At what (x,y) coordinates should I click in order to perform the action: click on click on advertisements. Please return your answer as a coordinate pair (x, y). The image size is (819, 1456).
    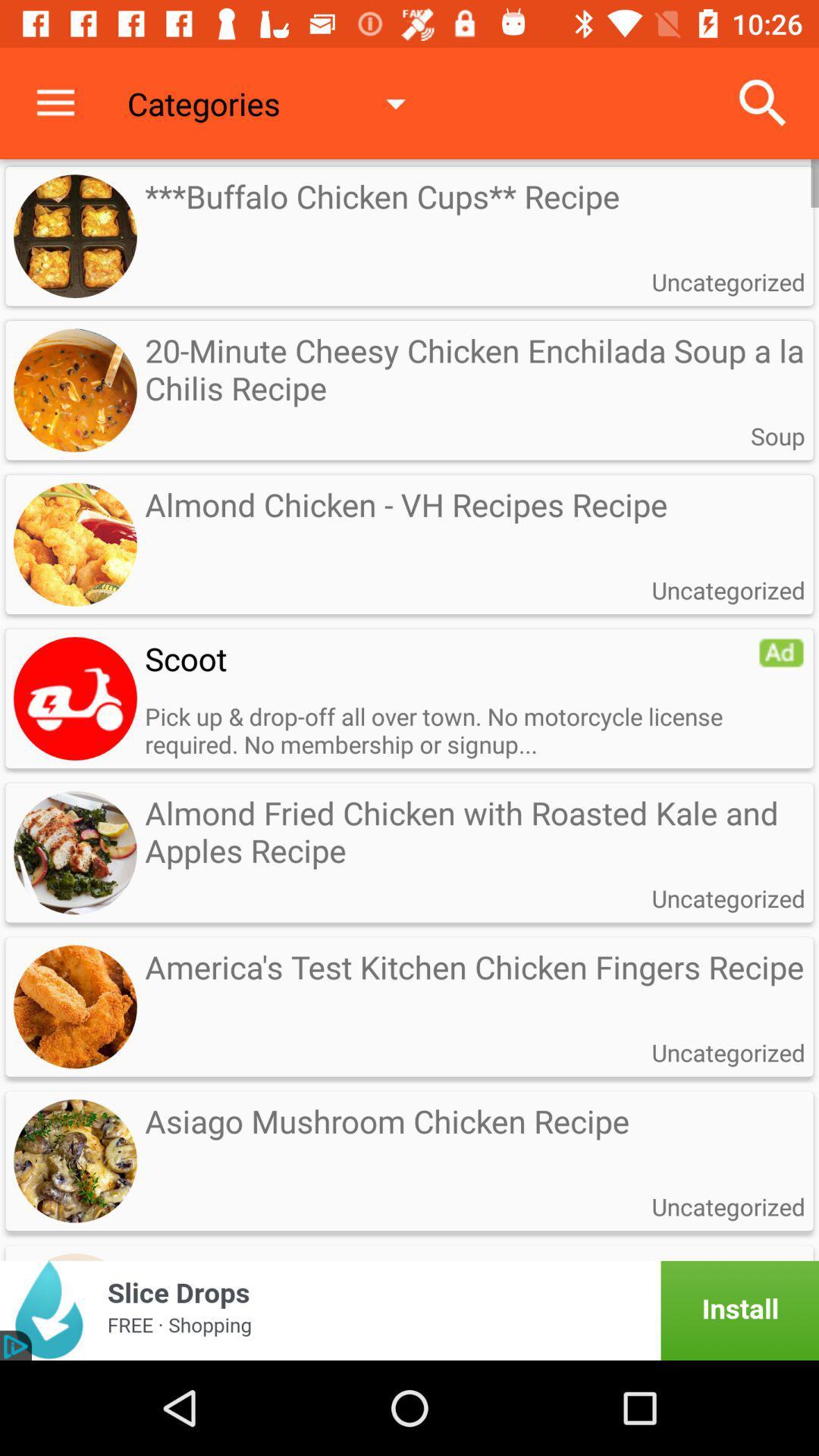
    Looking at the image, I should click on (409, 1310).